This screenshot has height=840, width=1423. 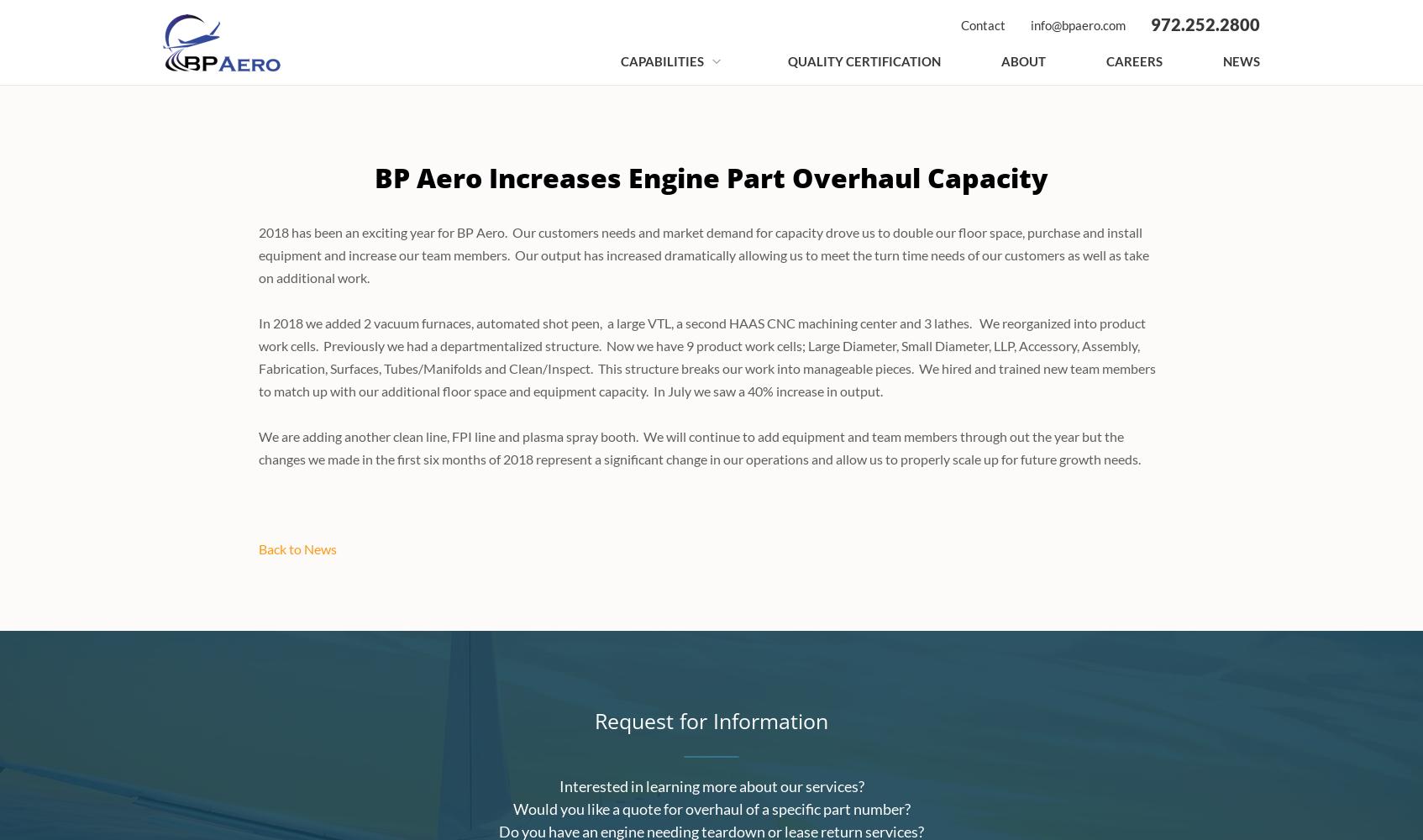 What do you see at coordinates (787, 60) in the screenshot?
I see `'Quality Certification'` at bounding box center [787, 60].